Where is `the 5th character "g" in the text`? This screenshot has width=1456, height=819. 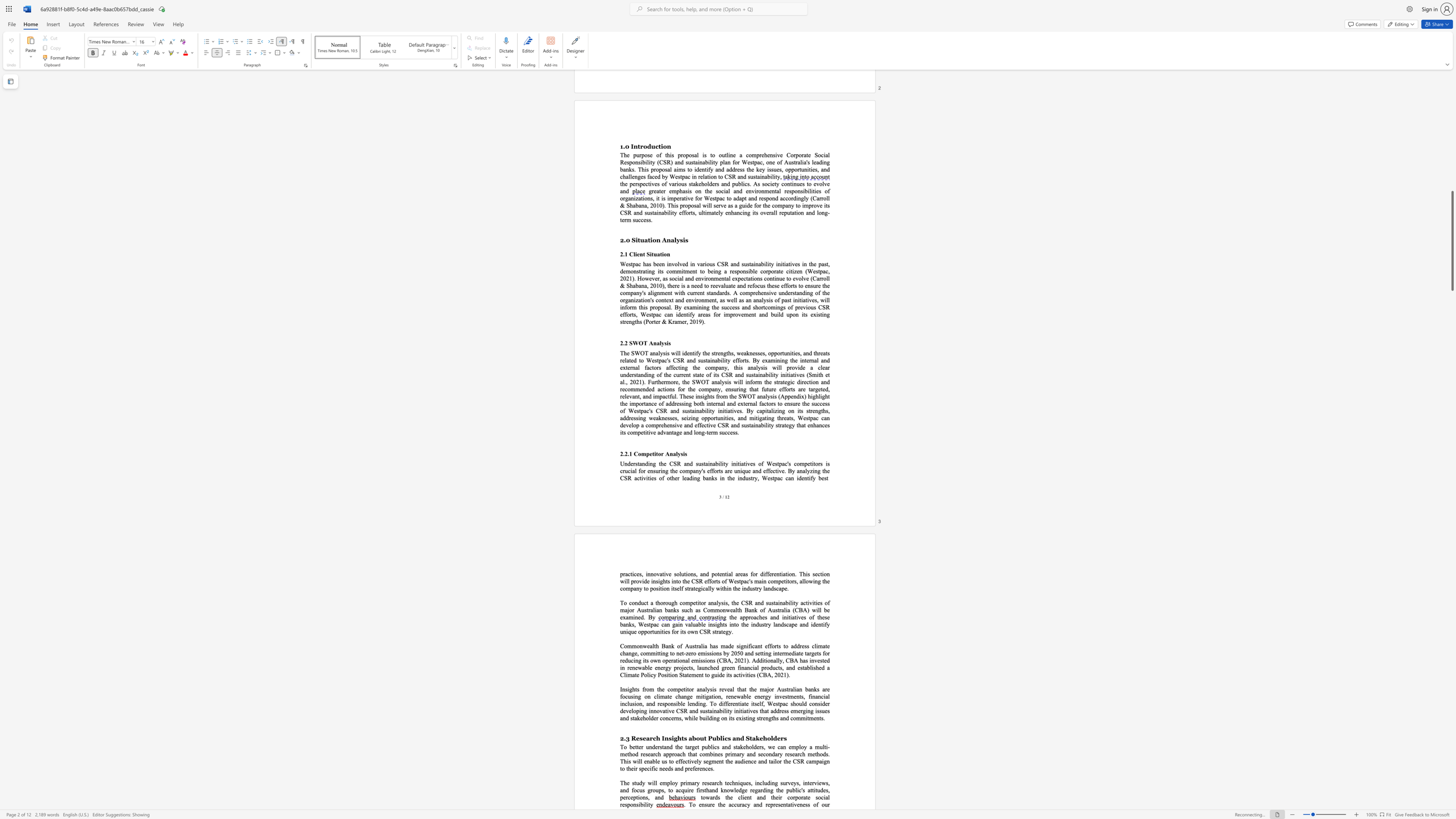 the 5th character "g" in the text is located at coordinates (765, 696).